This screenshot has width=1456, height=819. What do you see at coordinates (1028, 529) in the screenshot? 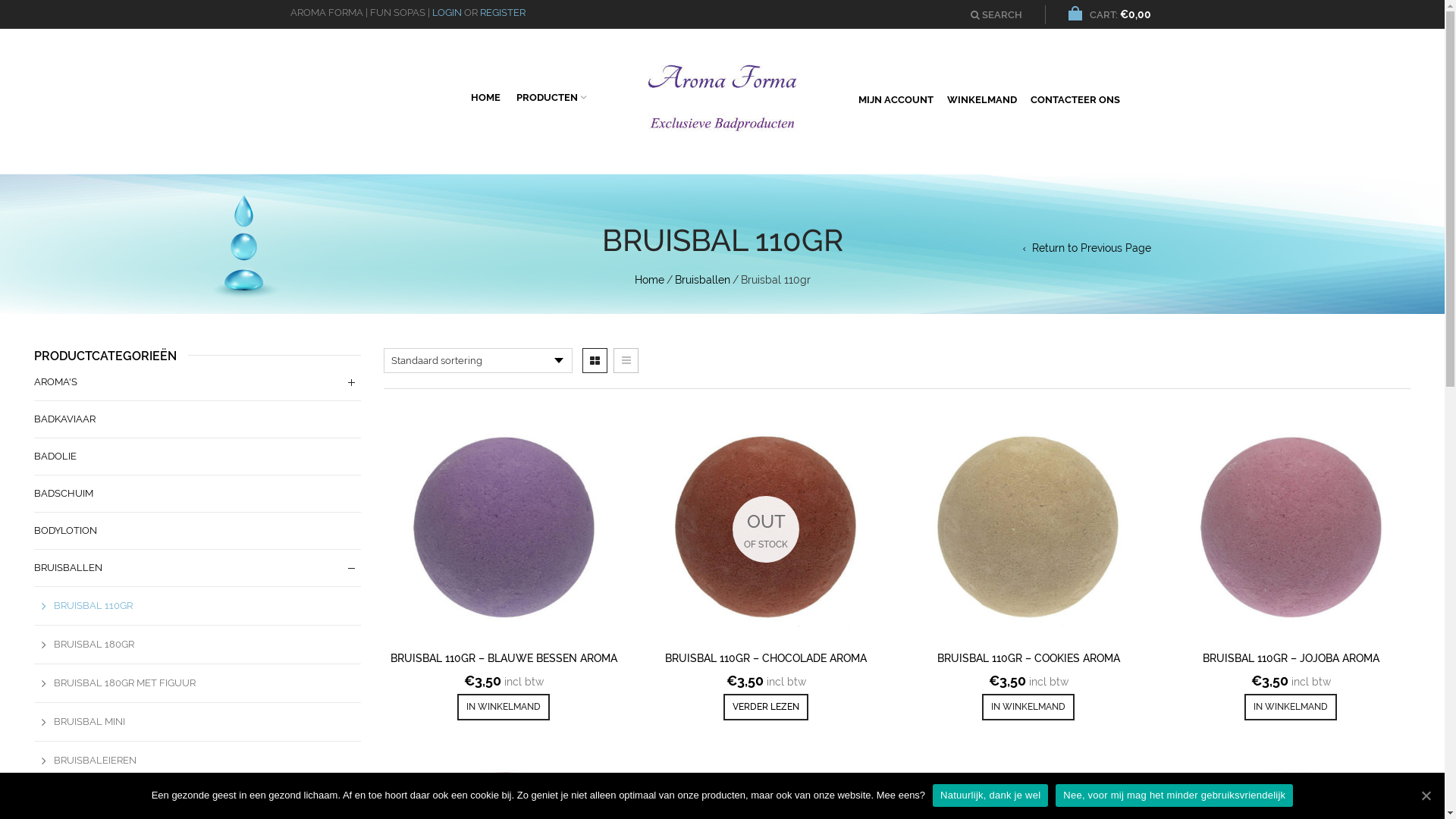
I see `'Bruisbal 110gr - Cookies aroma'` at bounding box center [1028, 529].